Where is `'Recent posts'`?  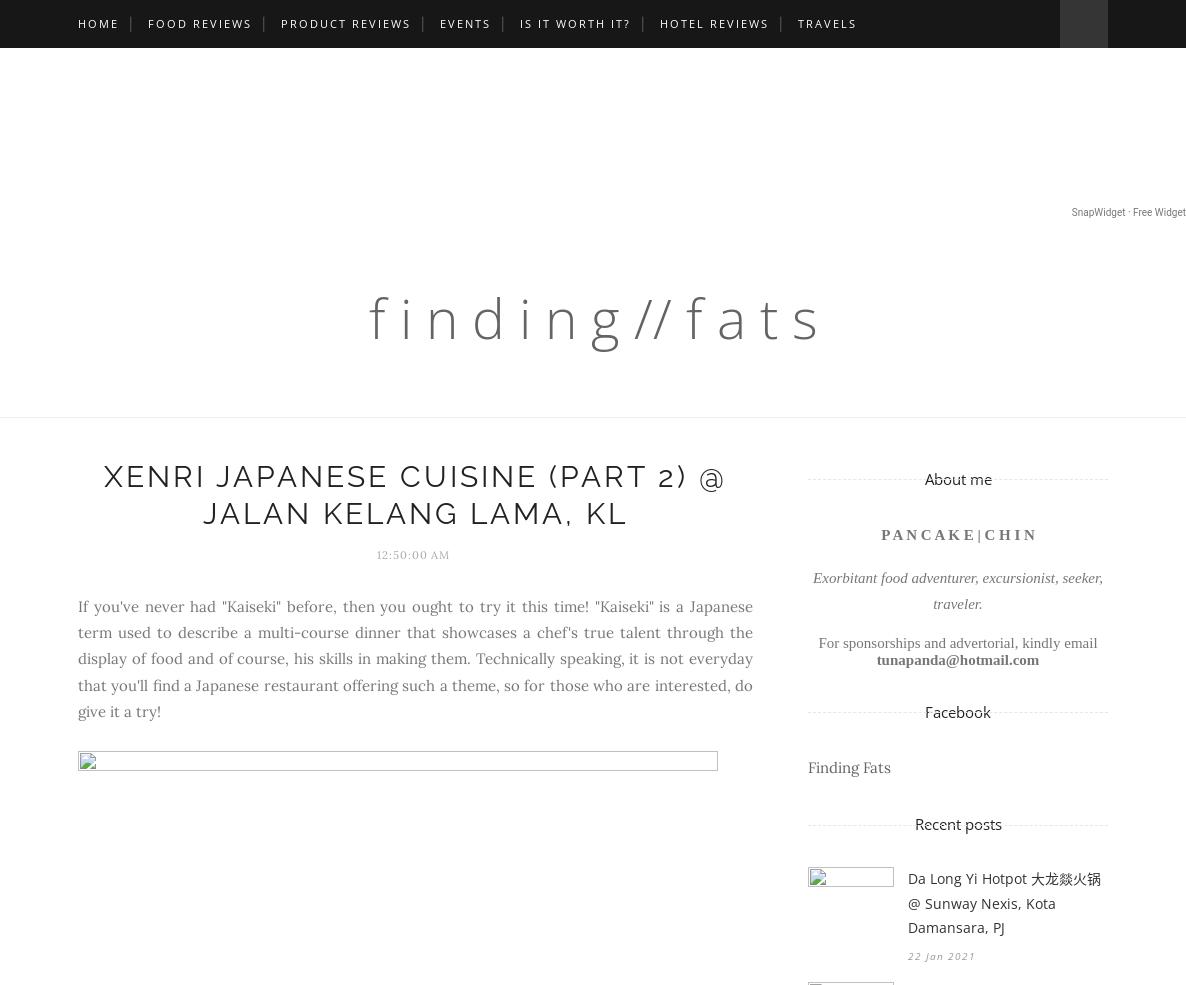 'Recent posts' is located at coordinates (956, 822).